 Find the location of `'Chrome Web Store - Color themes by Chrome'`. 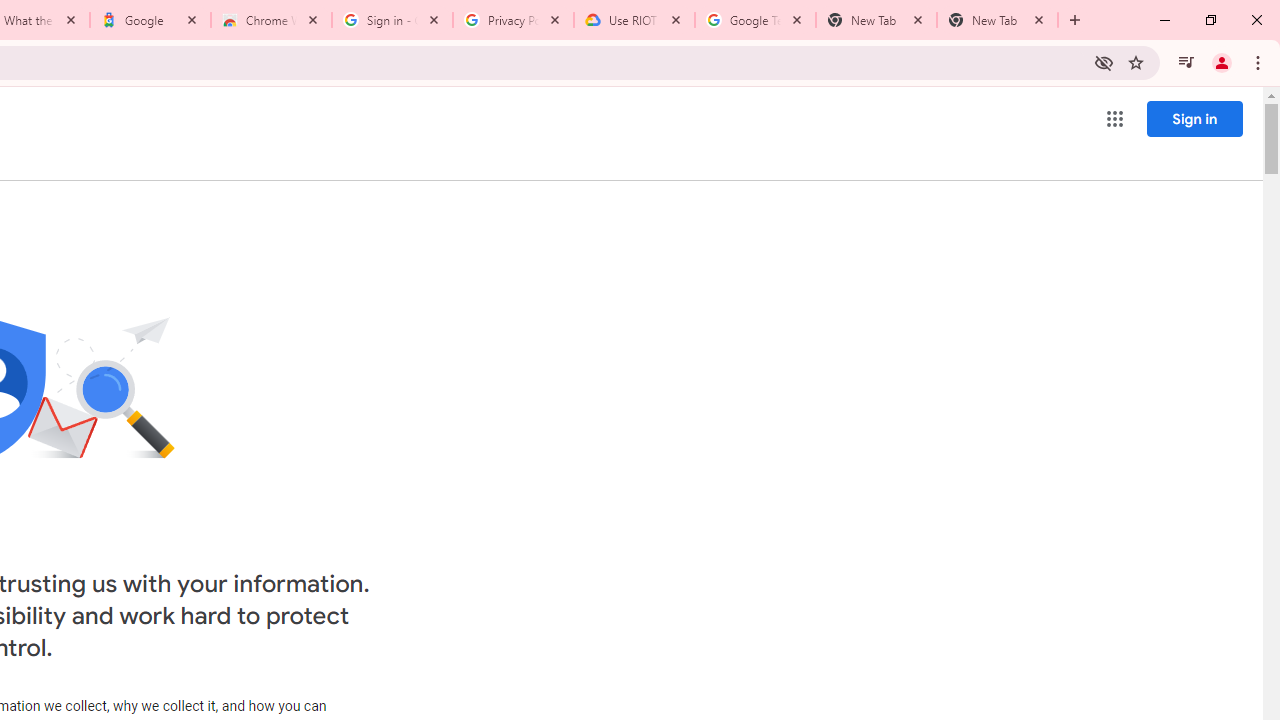

'Chrome Web Store - Color themes by Chrome' is located at coordinates (270, 20).